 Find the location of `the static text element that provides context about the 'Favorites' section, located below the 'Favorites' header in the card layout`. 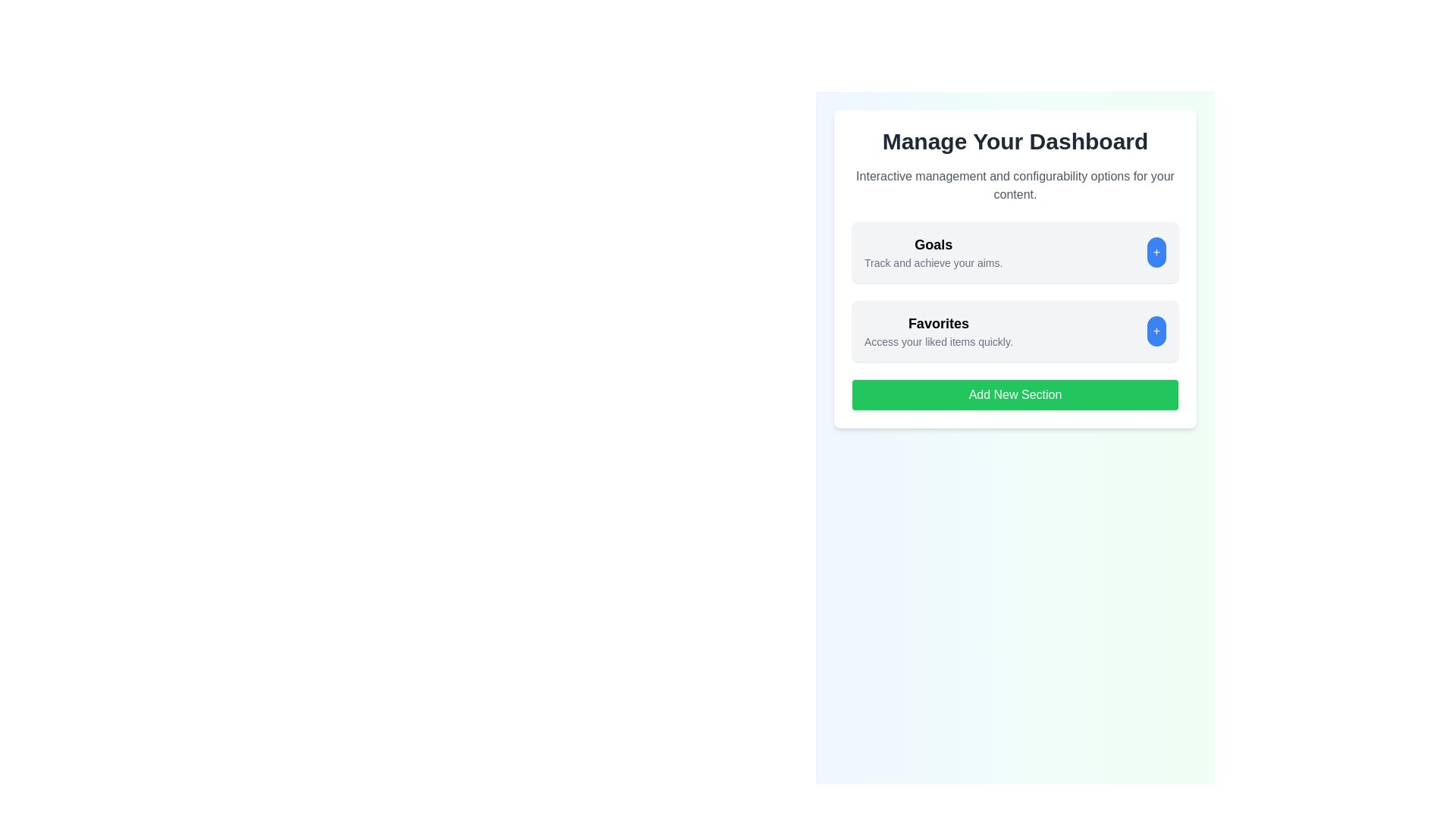

the static text element that provides context about the 'Favorites' section, located below the 'Favorites' header in the card layout is located at coordinates (937, 342).